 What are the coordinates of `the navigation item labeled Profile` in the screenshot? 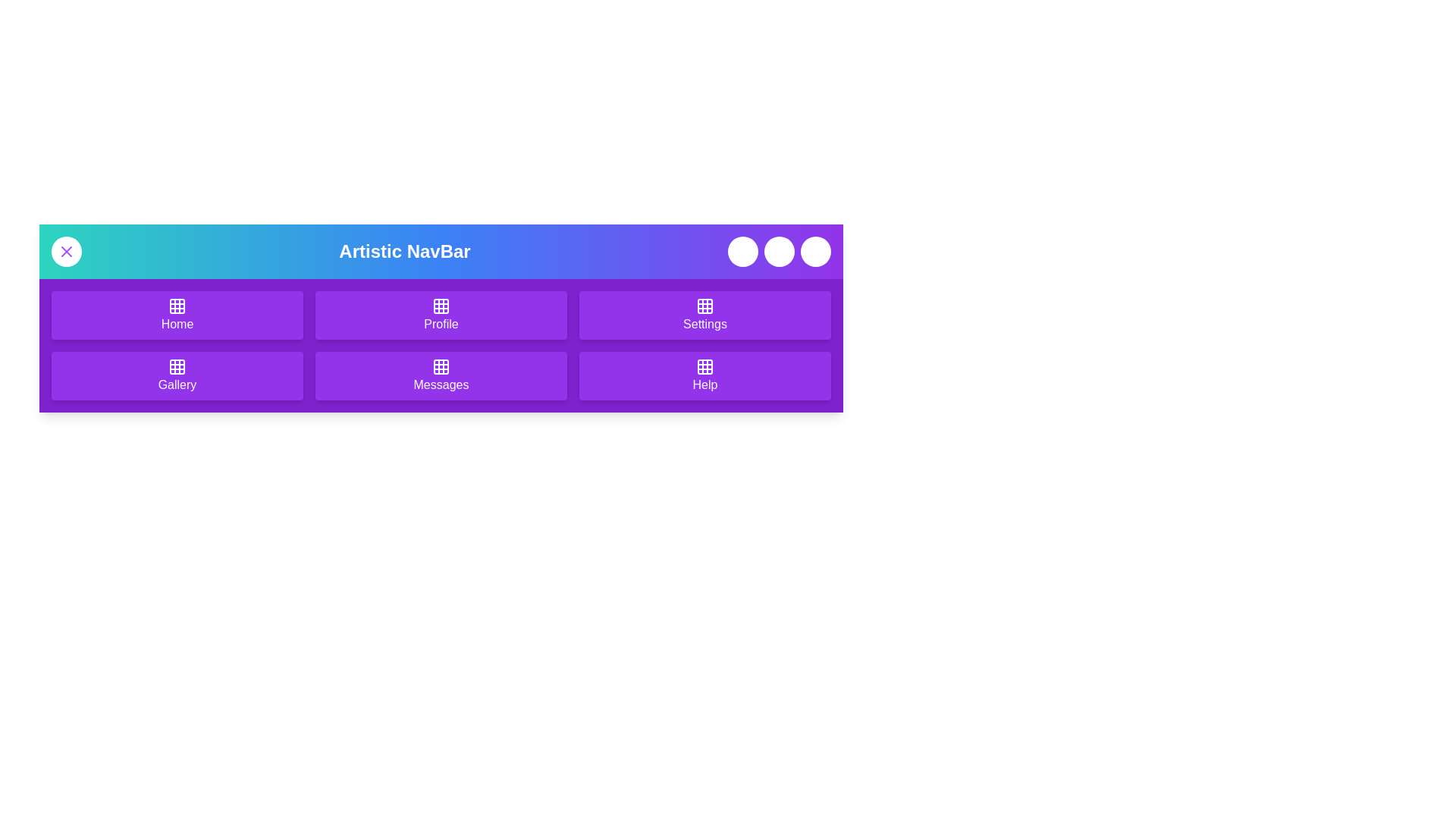 It's located at (440, 315).